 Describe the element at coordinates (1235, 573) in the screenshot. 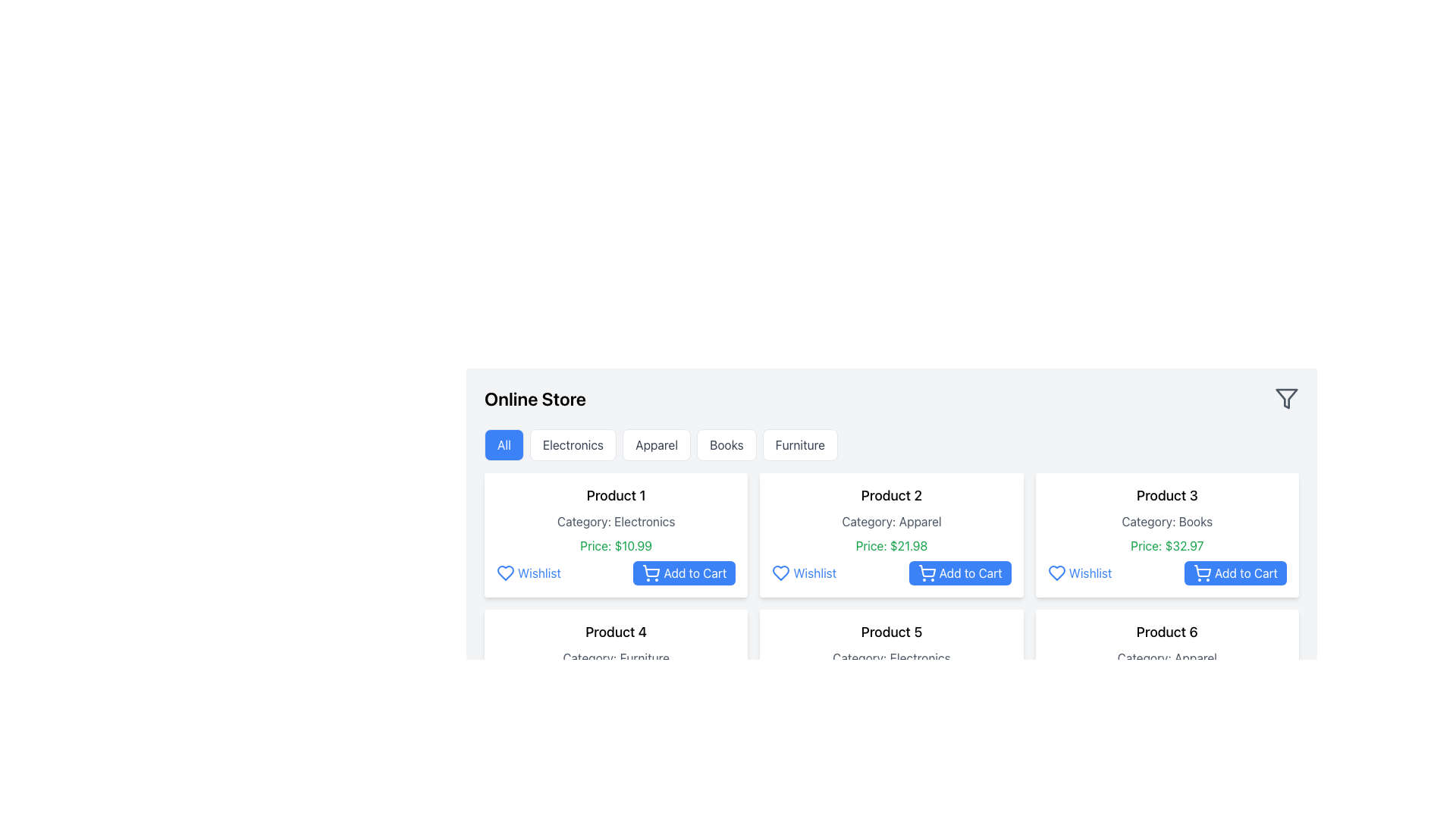

I see `the 'Add to Cart' button for Product 3 (Books, $32.97) located at the bottom-right corner of the third product card in the grid layout` at that location.